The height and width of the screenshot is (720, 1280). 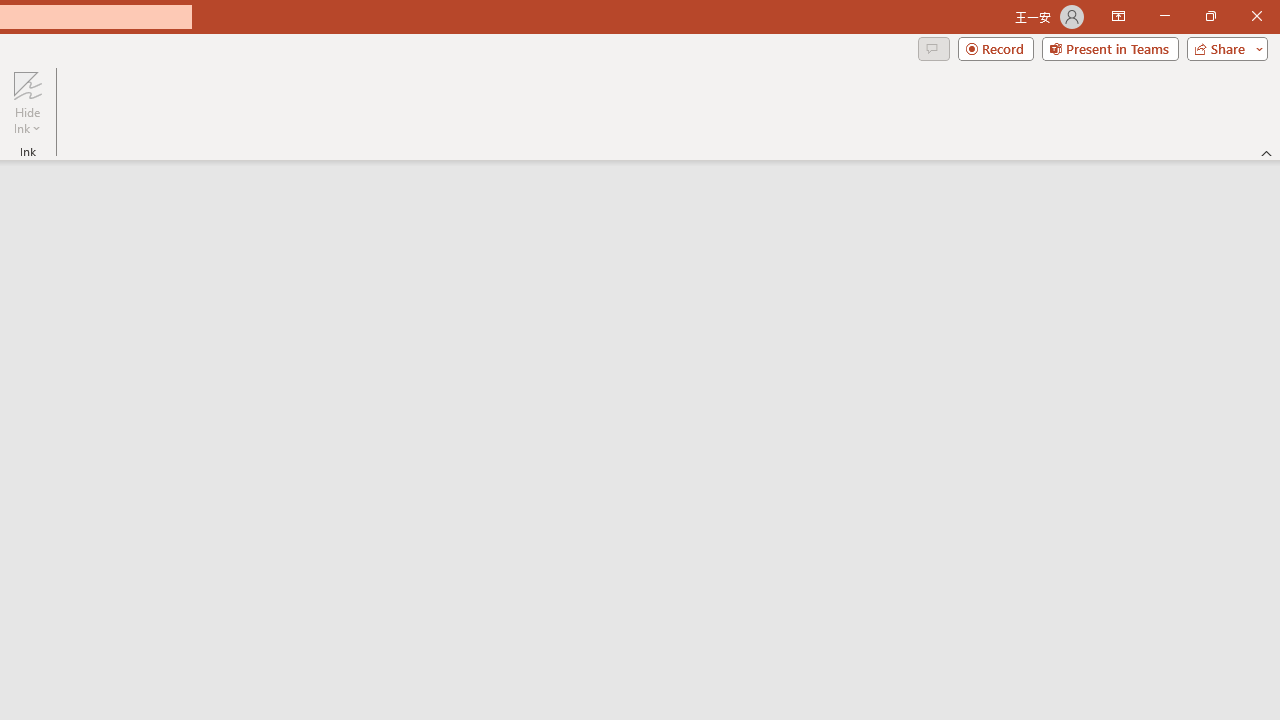 What do you see at coordinates (1222, 47) in the screenshot?
I see `'Share'` at bounding box center [1222, 47].